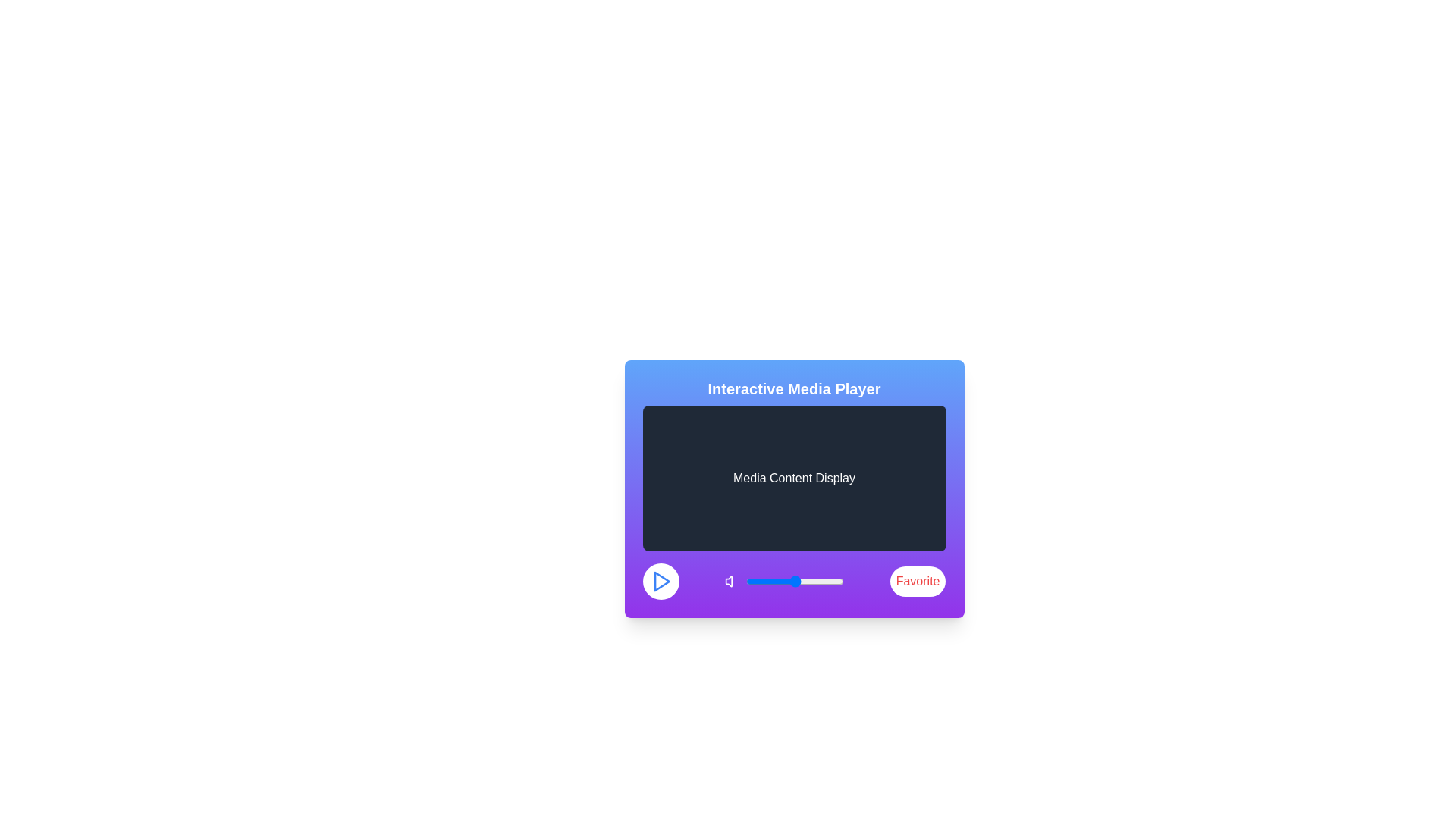 The height and width of the screenshot is (819, 1456). I want to click on the Play icon located at the bottom left corner of the media player interface, so click(661, 581).